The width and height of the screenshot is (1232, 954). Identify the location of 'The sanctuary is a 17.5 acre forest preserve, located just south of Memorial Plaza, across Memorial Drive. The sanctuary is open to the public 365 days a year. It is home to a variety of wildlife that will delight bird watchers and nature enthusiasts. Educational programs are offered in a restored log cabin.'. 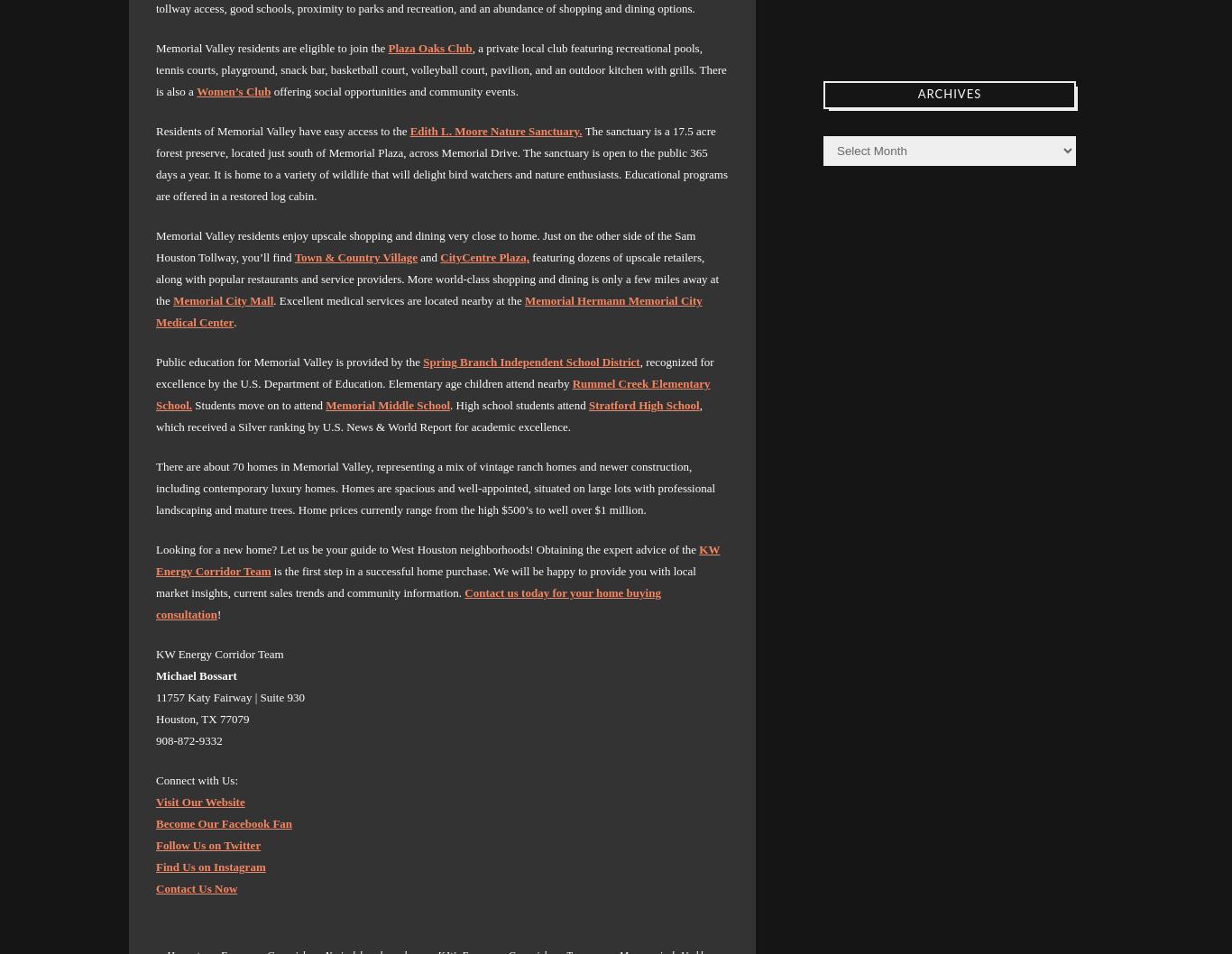
(441, 163).